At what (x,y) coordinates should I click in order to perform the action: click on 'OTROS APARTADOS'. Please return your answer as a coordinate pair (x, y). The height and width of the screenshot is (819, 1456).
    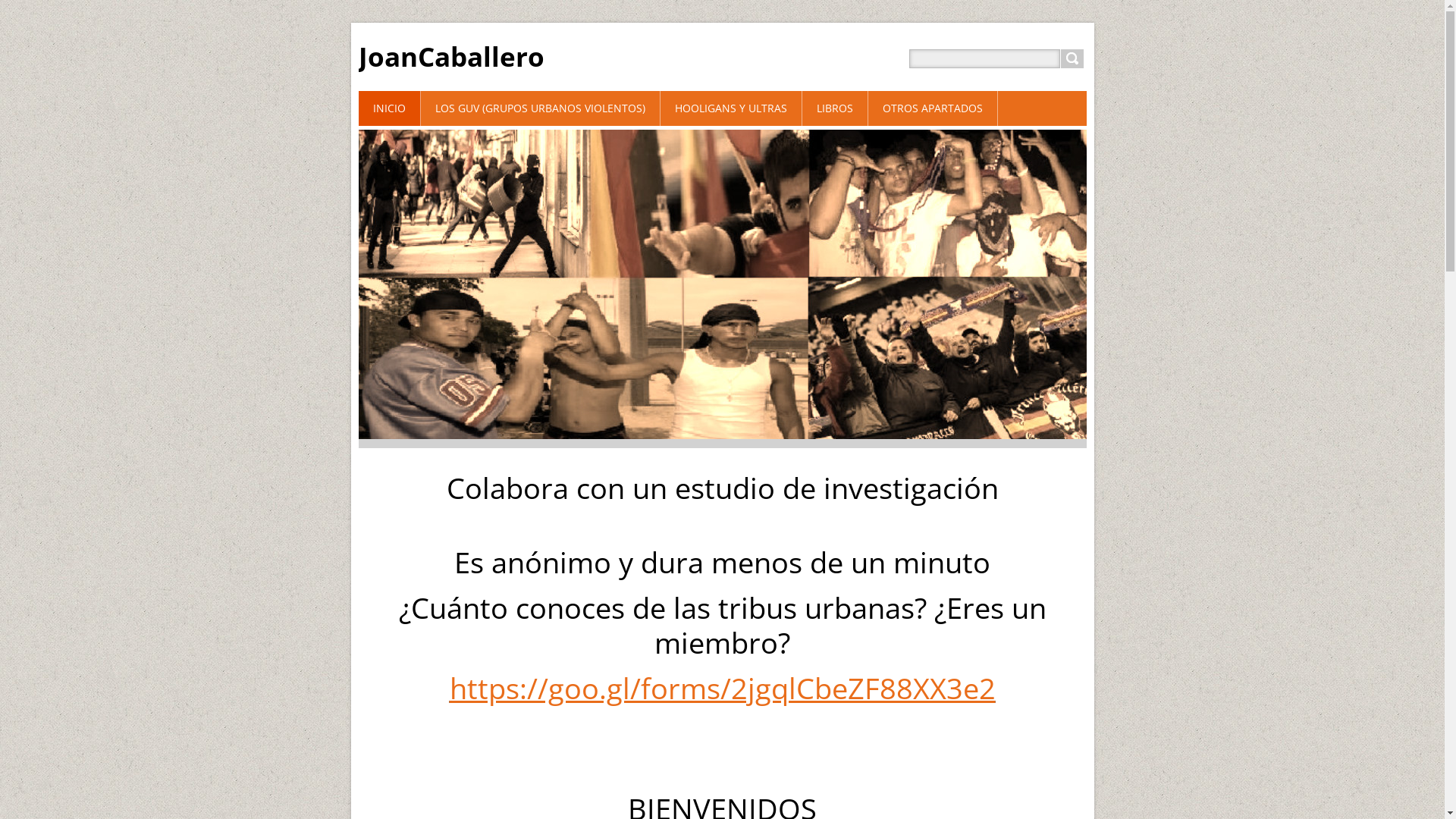
    Looking at the image, I should click on (867, 107).